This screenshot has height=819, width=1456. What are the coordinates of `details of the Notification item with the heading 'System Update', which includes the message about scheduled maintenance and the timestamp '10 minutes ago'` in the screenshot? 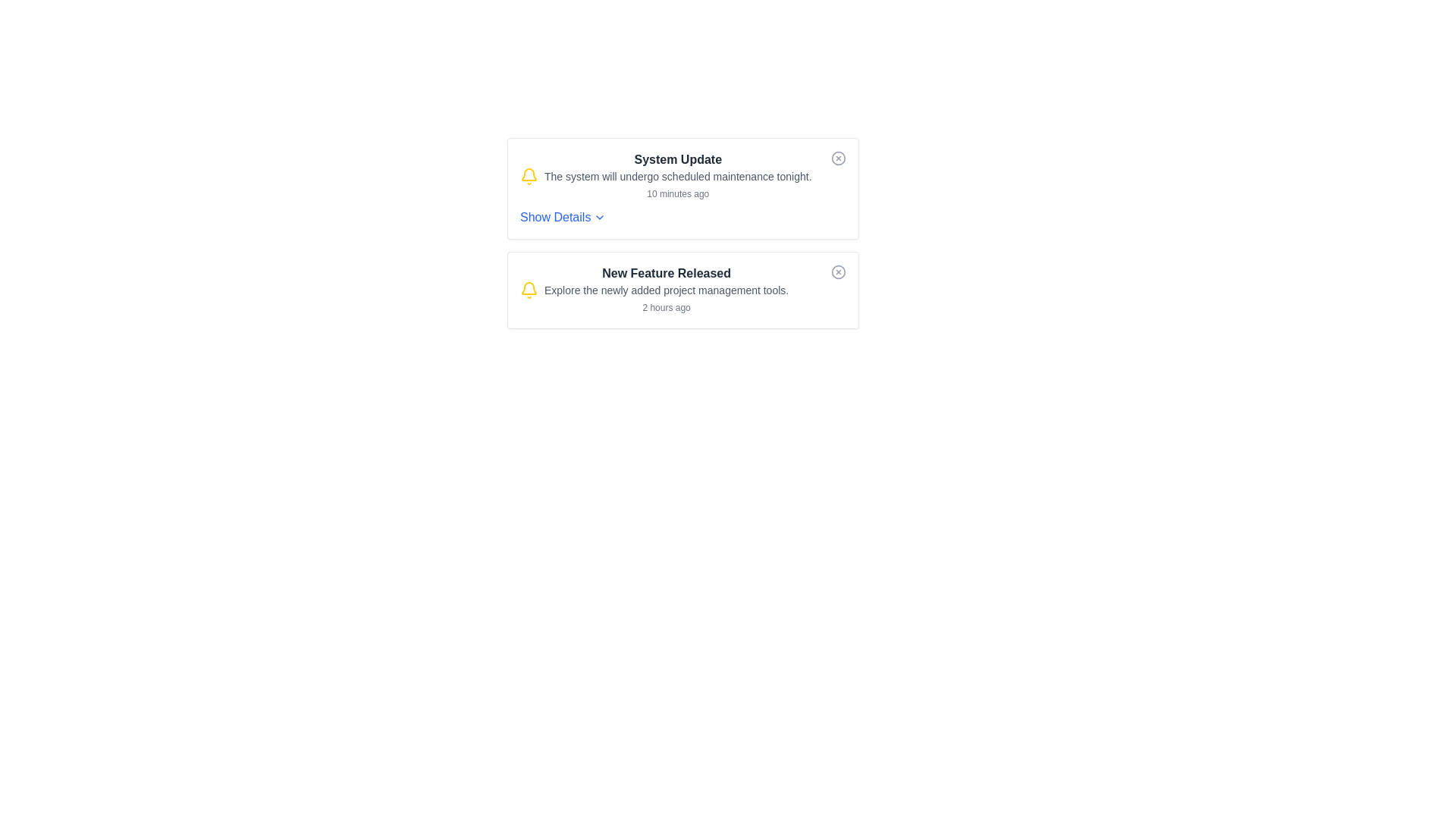 It's located at (682, 175).